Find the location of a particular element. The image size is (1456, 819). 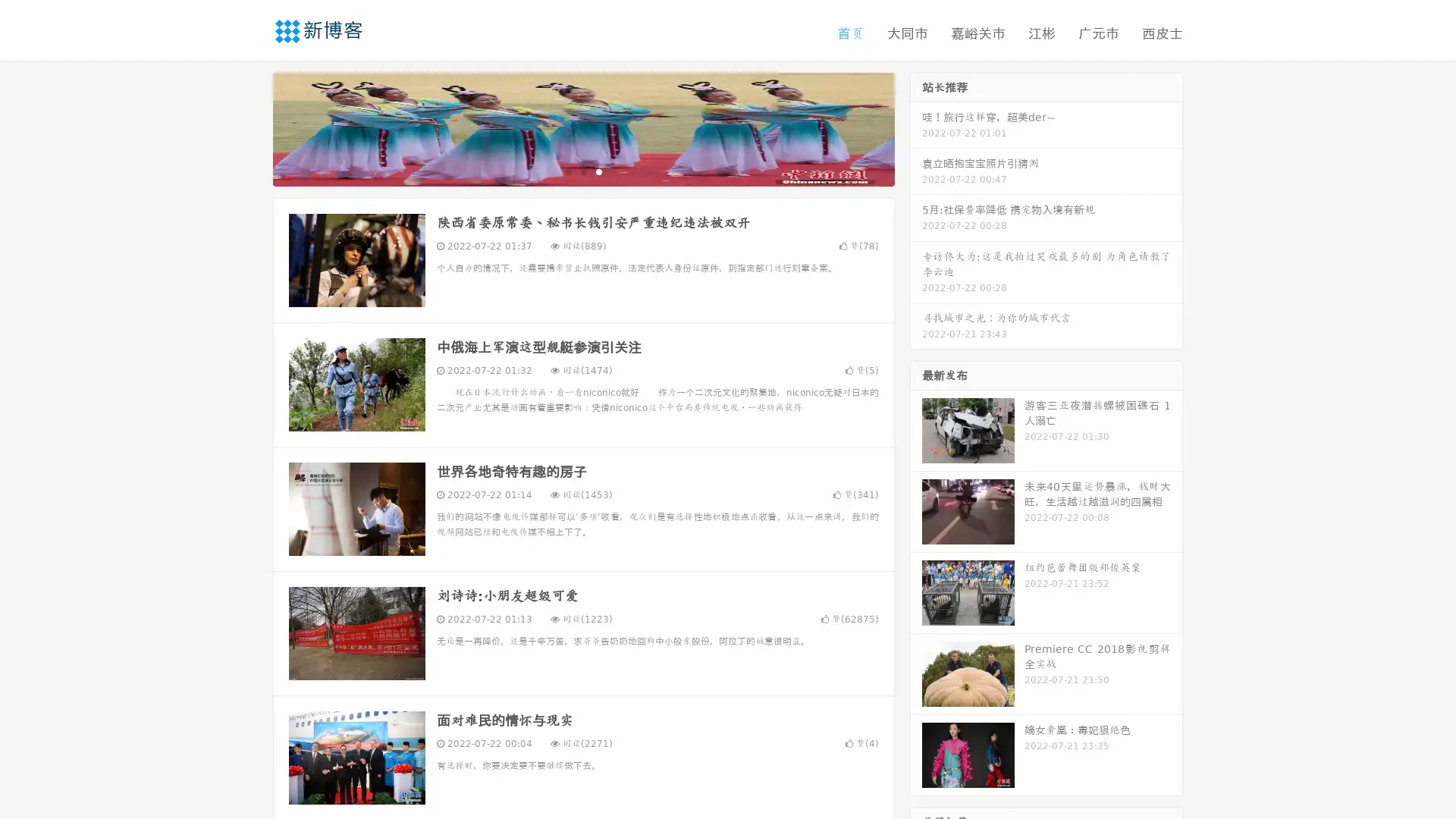

Go to slide 3 is located at coordinates (598, 171).